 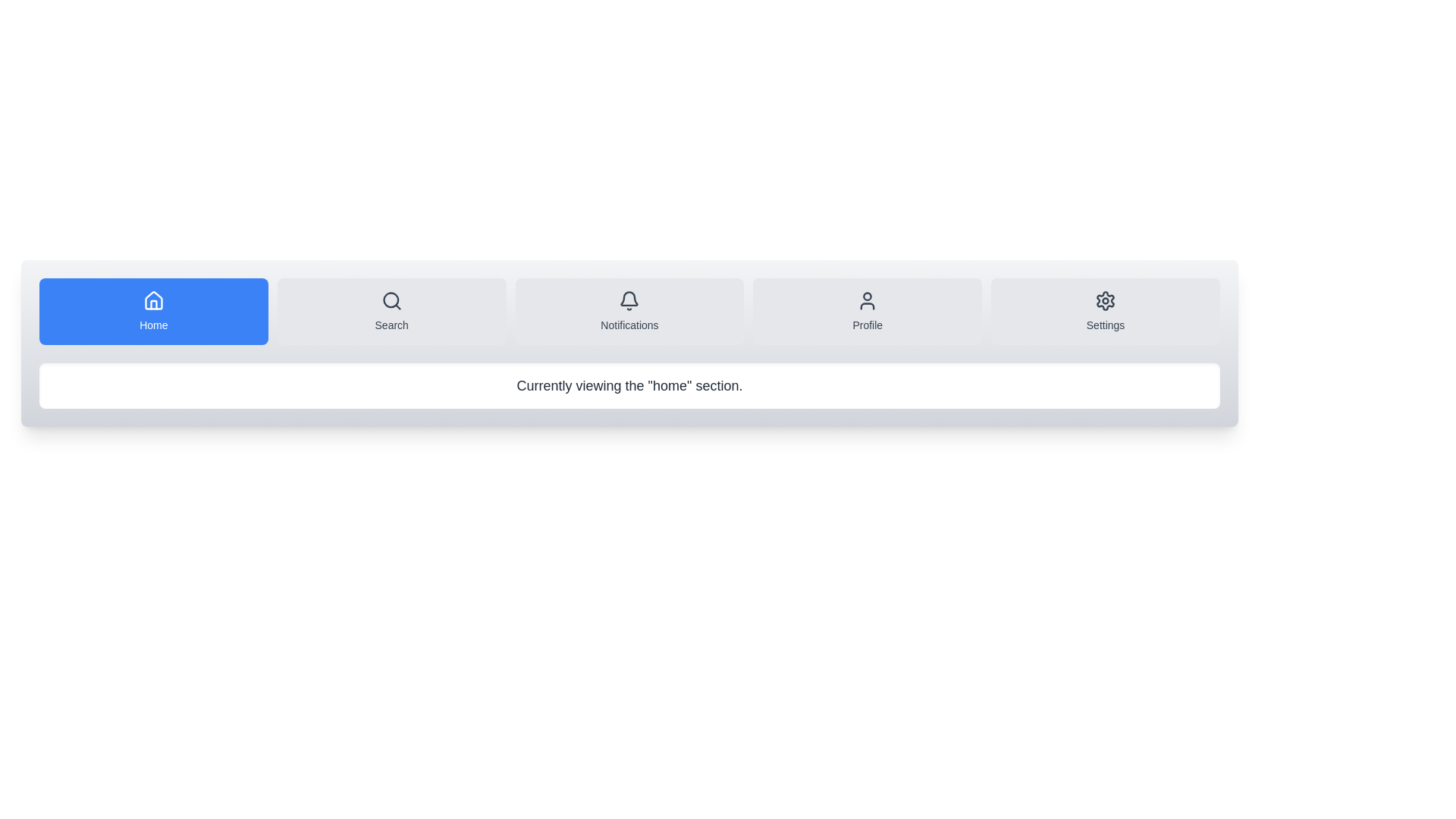 I want to click on the blue 'Home' button with a house icon to observe its hover effect, so click(x=153, y=311).